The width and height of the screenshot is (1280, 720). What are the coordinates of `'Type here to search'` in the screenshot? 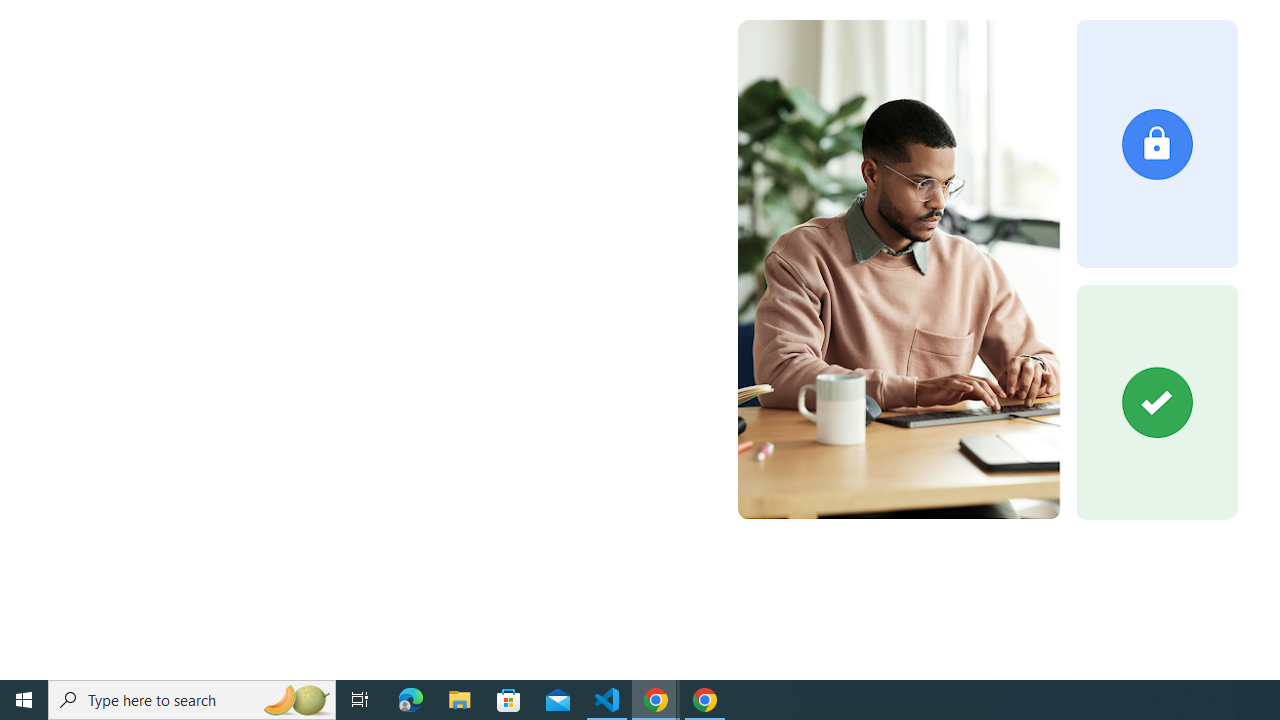 It's located at (192, 698).